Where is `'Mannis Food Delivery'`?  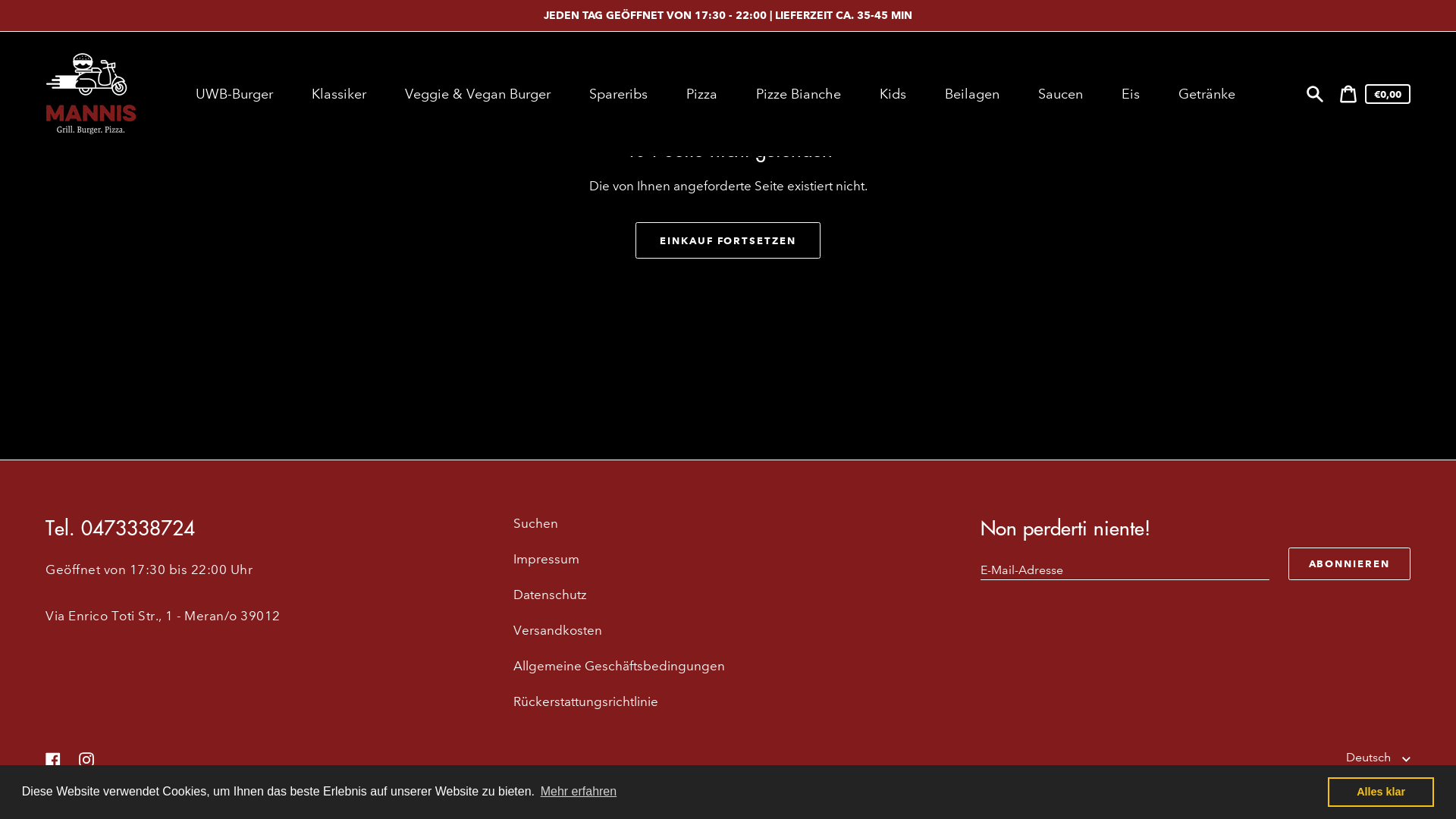
'Mannis Food Delivery' is located at coordinates (126, 789).